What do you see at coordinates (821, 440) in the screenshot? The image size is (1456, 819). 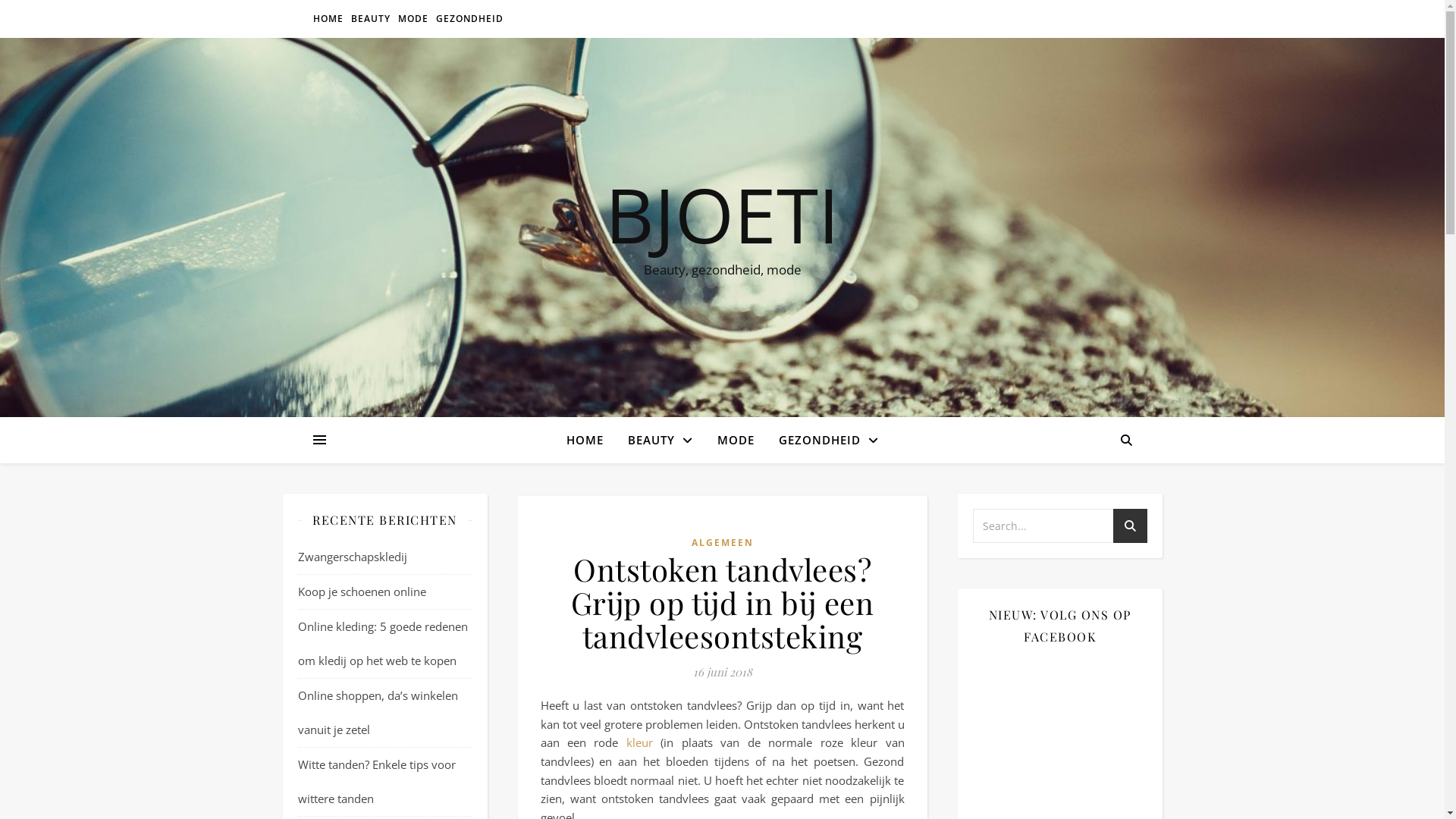 I see `'GEZONDHEID'` at bounding box center [821, 440].